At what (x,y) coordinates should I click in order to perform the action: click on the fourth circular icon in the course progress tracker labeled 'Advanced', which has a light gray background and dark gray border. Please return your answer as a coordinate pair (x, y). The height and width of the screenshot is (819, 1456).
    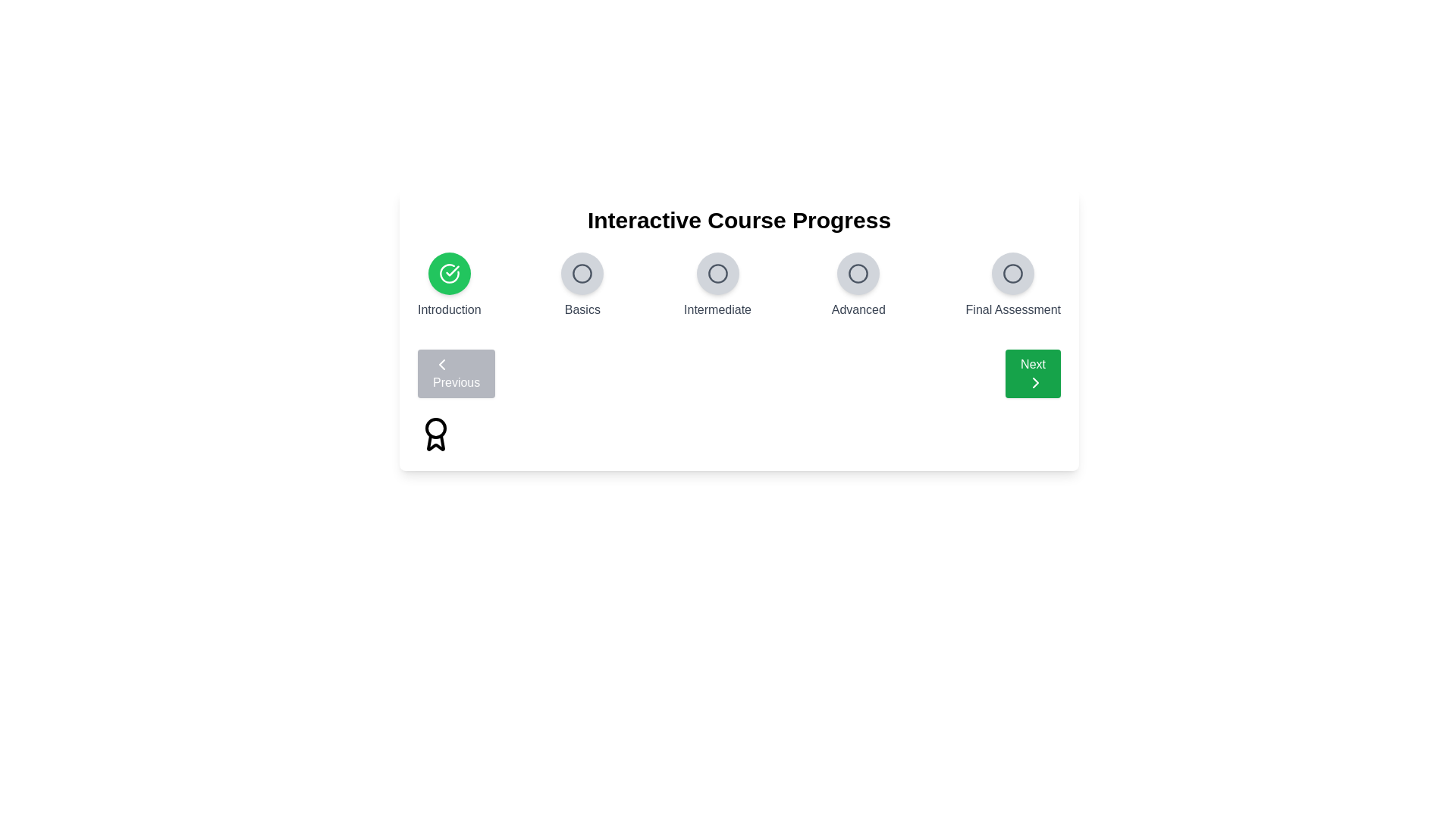
    Looking at the image, I should click on (858, 274).